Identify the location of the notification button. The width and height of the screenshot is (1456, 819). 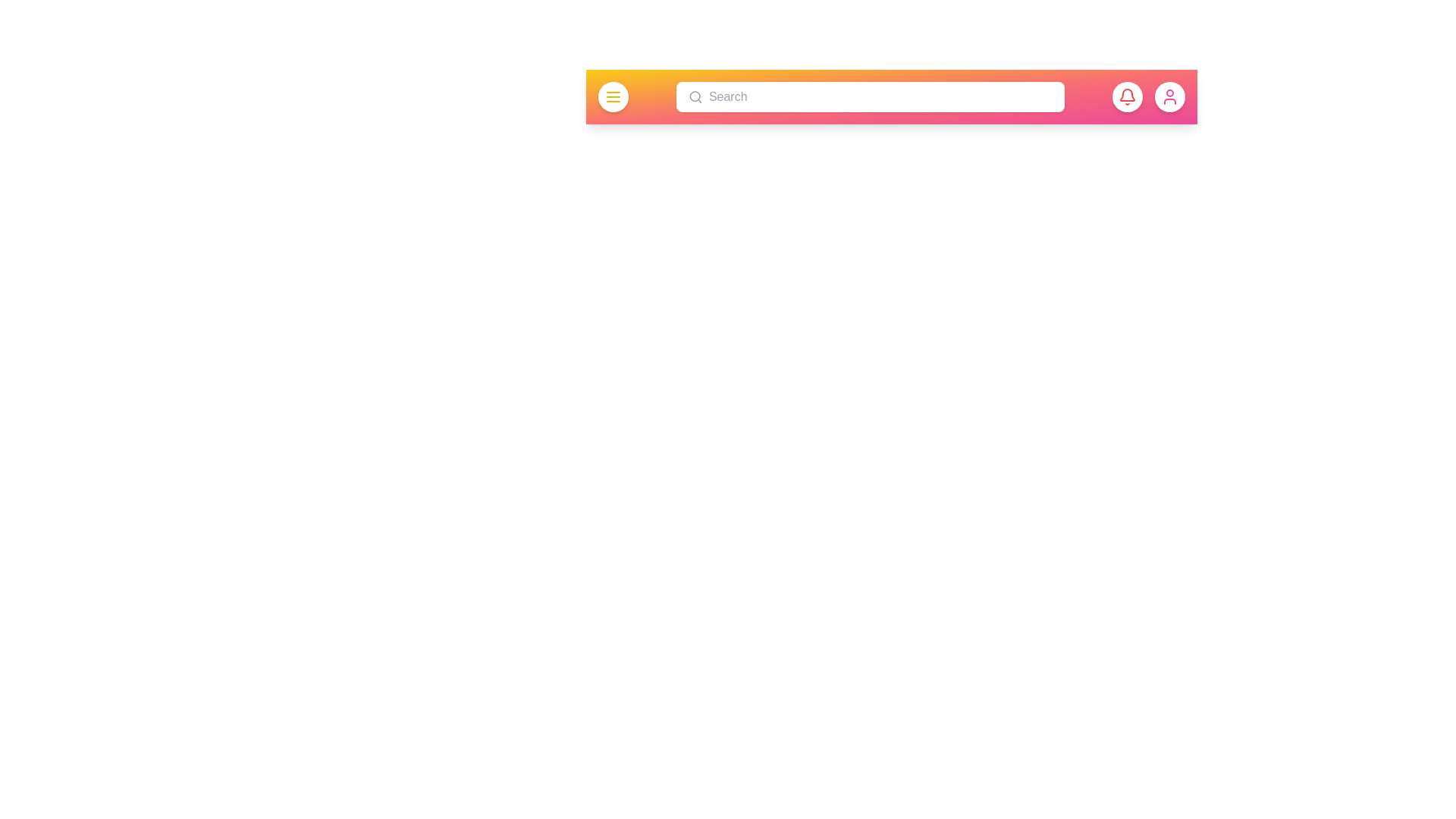
(1128, 96).